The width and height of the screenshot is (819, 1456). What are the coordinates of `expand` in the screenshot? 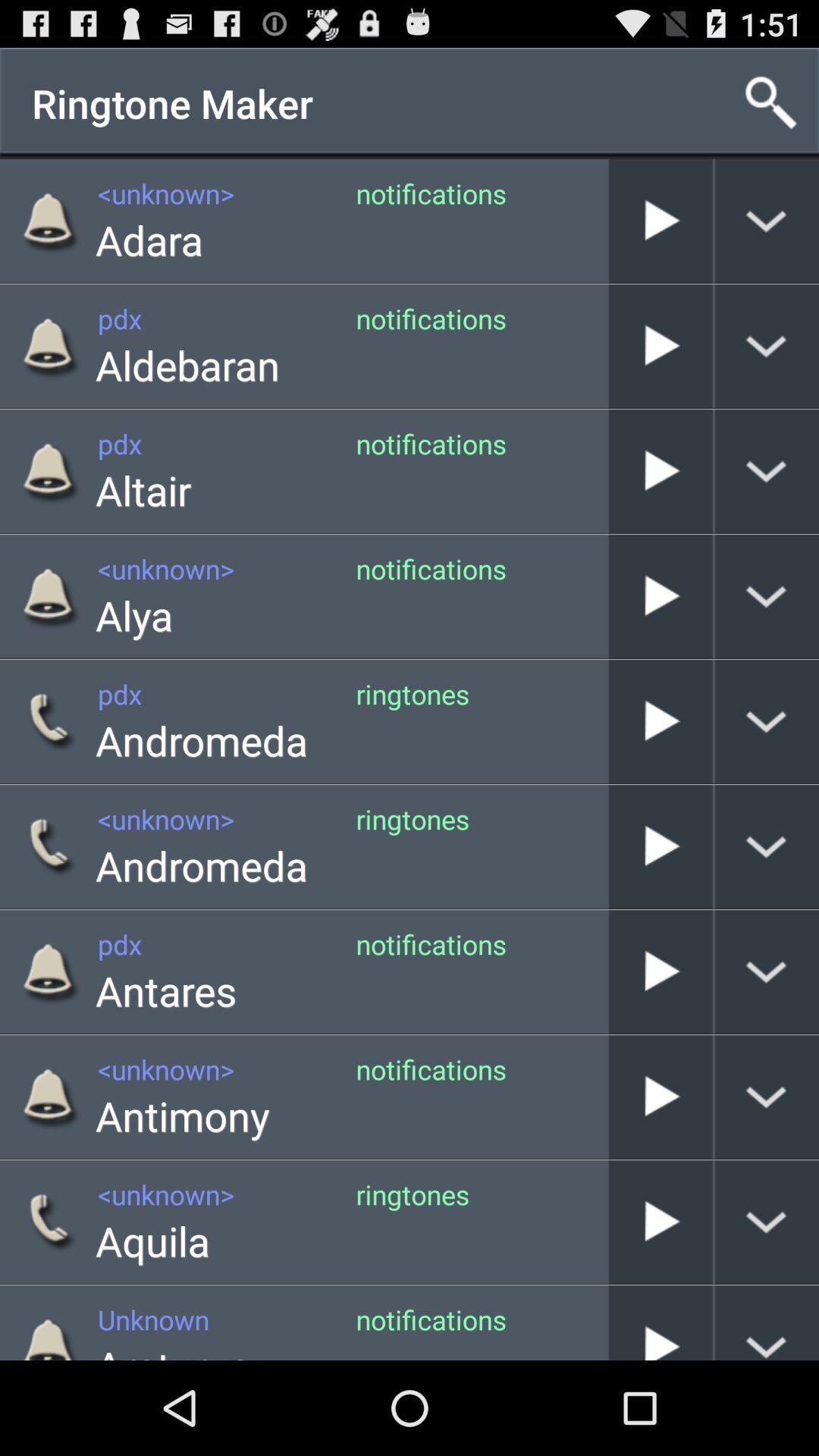 It's located at (767, 720).